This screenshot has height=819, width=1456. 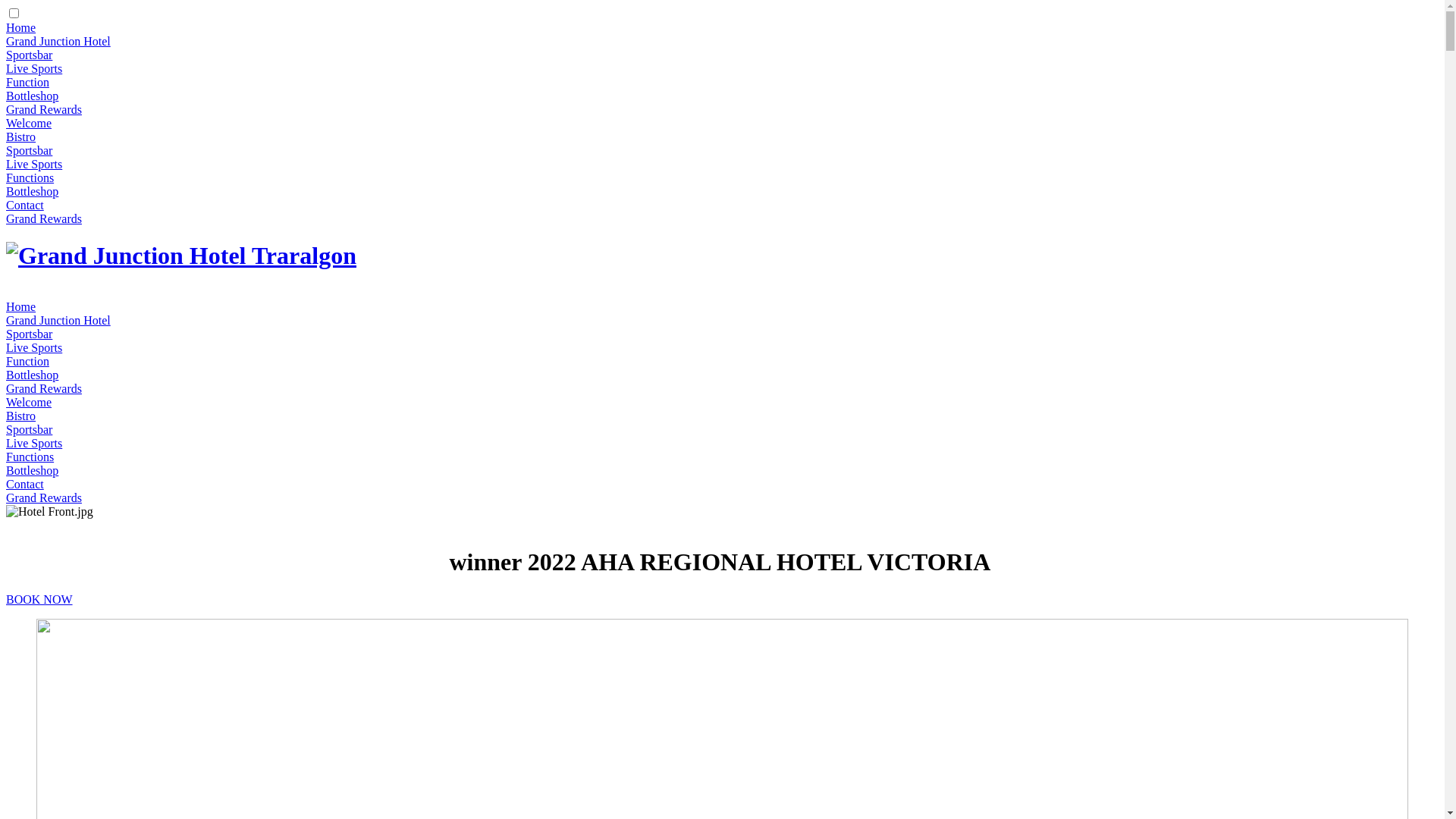 What do you see at coordinates (43, 108) in the screenshot?
I see `'Grand Rewards'` at bounding box center [43, 108].